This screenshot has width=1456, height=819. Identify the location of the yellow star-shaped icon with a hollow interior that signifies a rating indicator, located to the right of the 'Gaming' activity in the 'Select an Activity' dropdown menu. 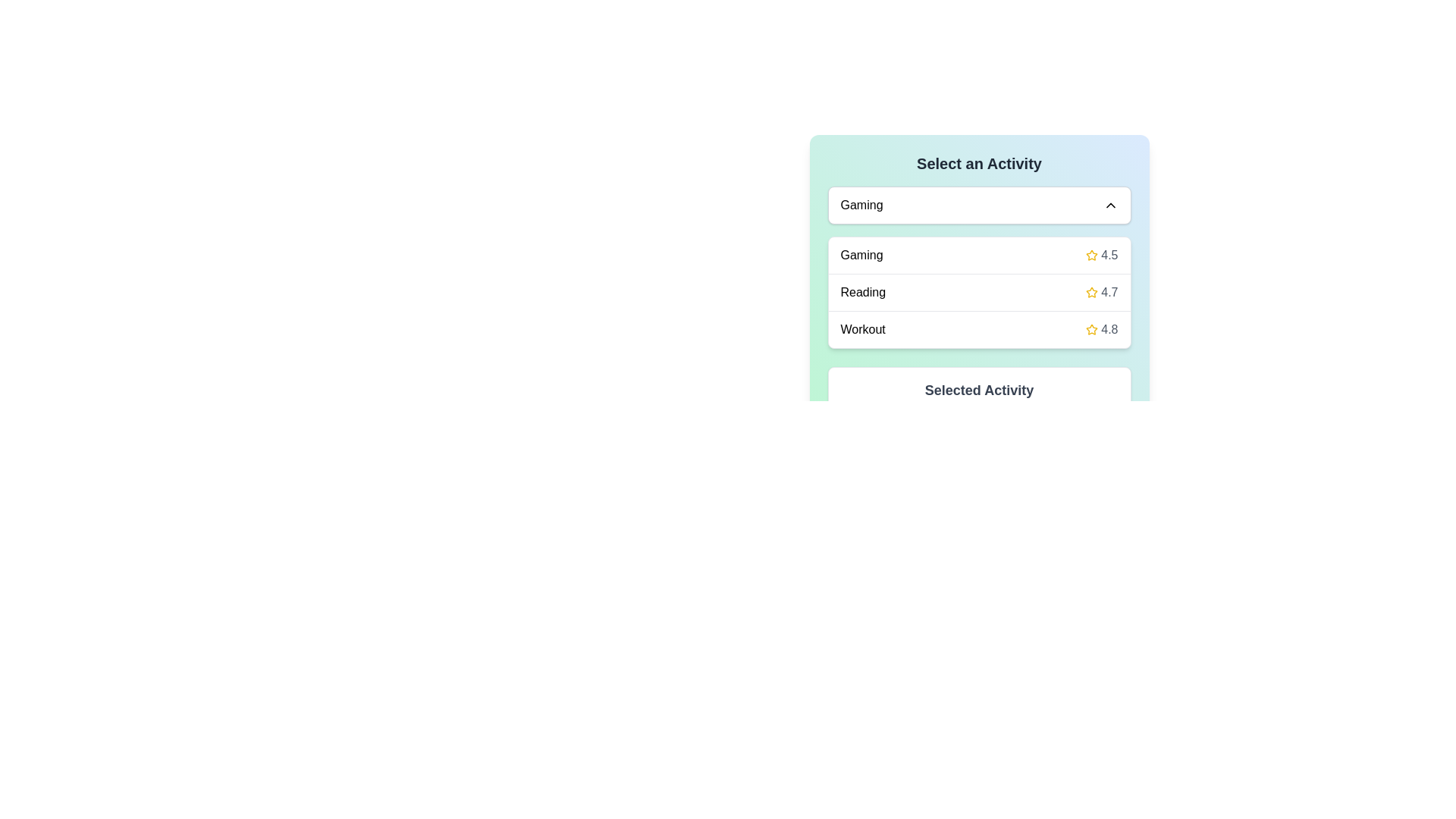
(1092, 292).